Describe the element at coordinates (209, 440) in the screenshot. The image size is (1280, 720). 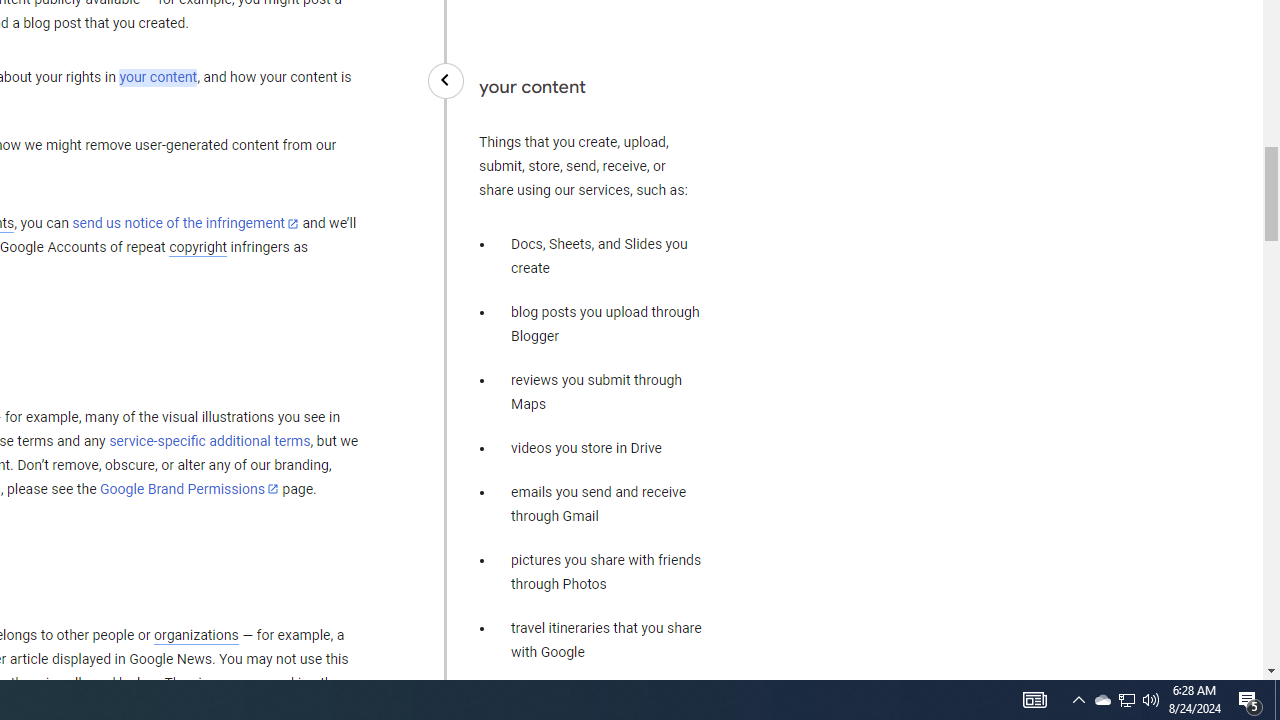
I see `'service-specific additional terms'` at that location.